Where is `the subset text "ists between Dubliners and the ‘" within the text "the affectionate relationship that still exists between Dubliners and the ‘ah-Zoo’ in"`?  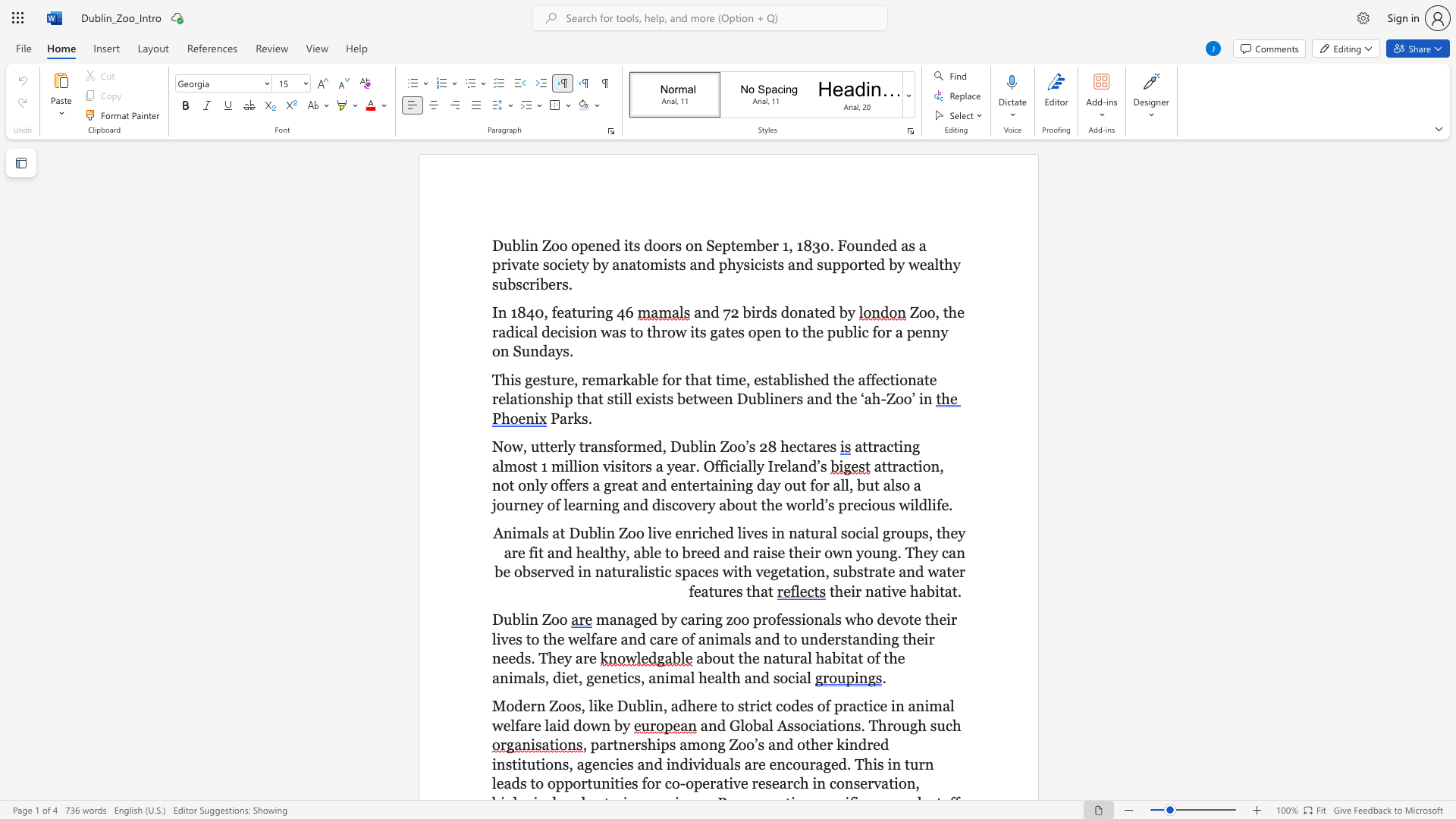 the subset text "ists between Dubliners and the ‘" within the text "the affectionate relationship that still exists between Dubliners and the ‘ah-Zoo’ in" is located at coordinates (651, 398).